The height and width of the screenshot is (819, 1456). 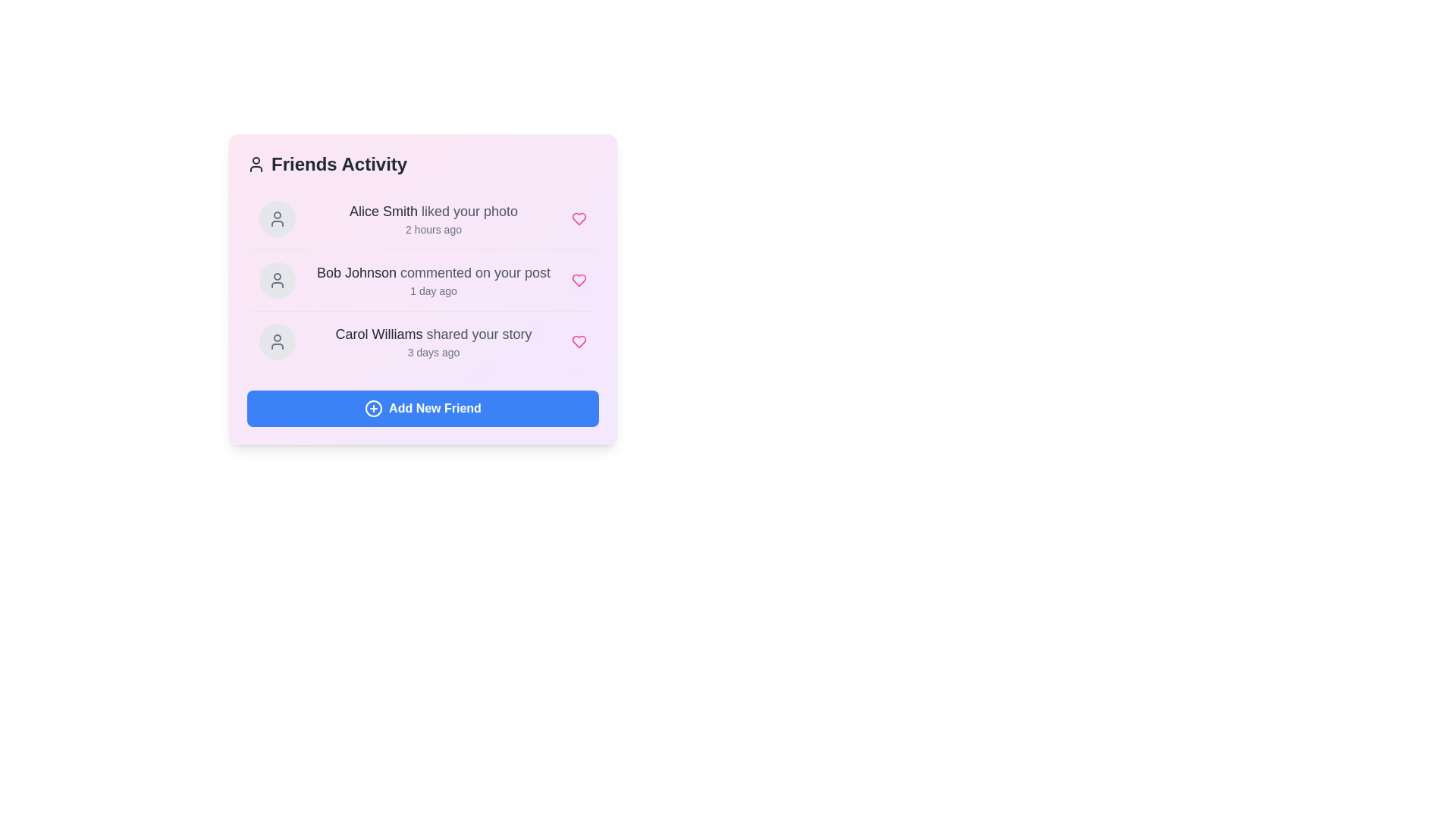 I want to click on the user activity item corresponding to Alice Smith to view its details, so click(x=422, y=219).